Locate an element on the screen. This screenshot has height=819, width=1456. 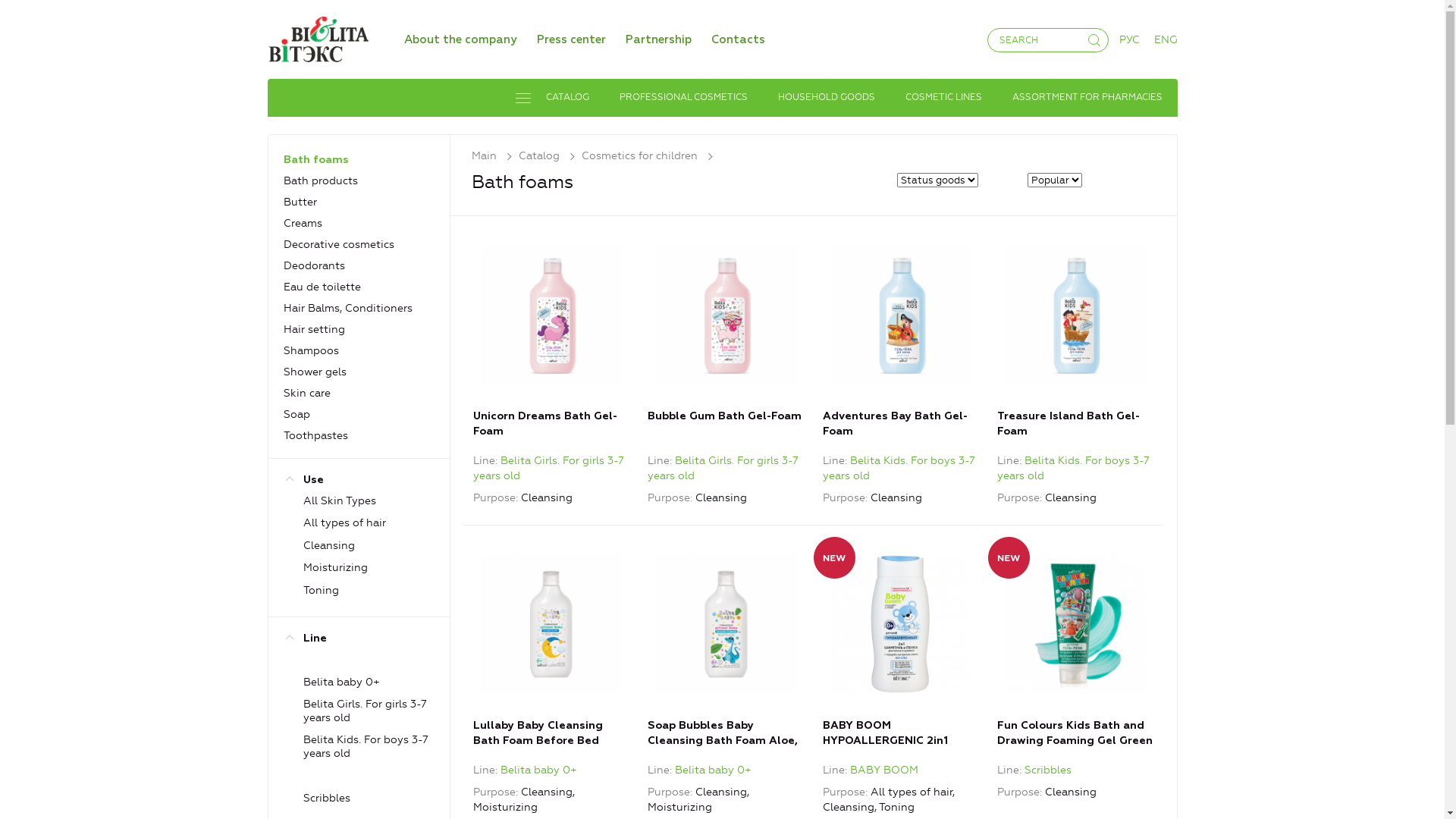
'Lullaby Baby Cleansing Bath Foam Before Bed Lavender Oil' is located at coordinates (550, 623).